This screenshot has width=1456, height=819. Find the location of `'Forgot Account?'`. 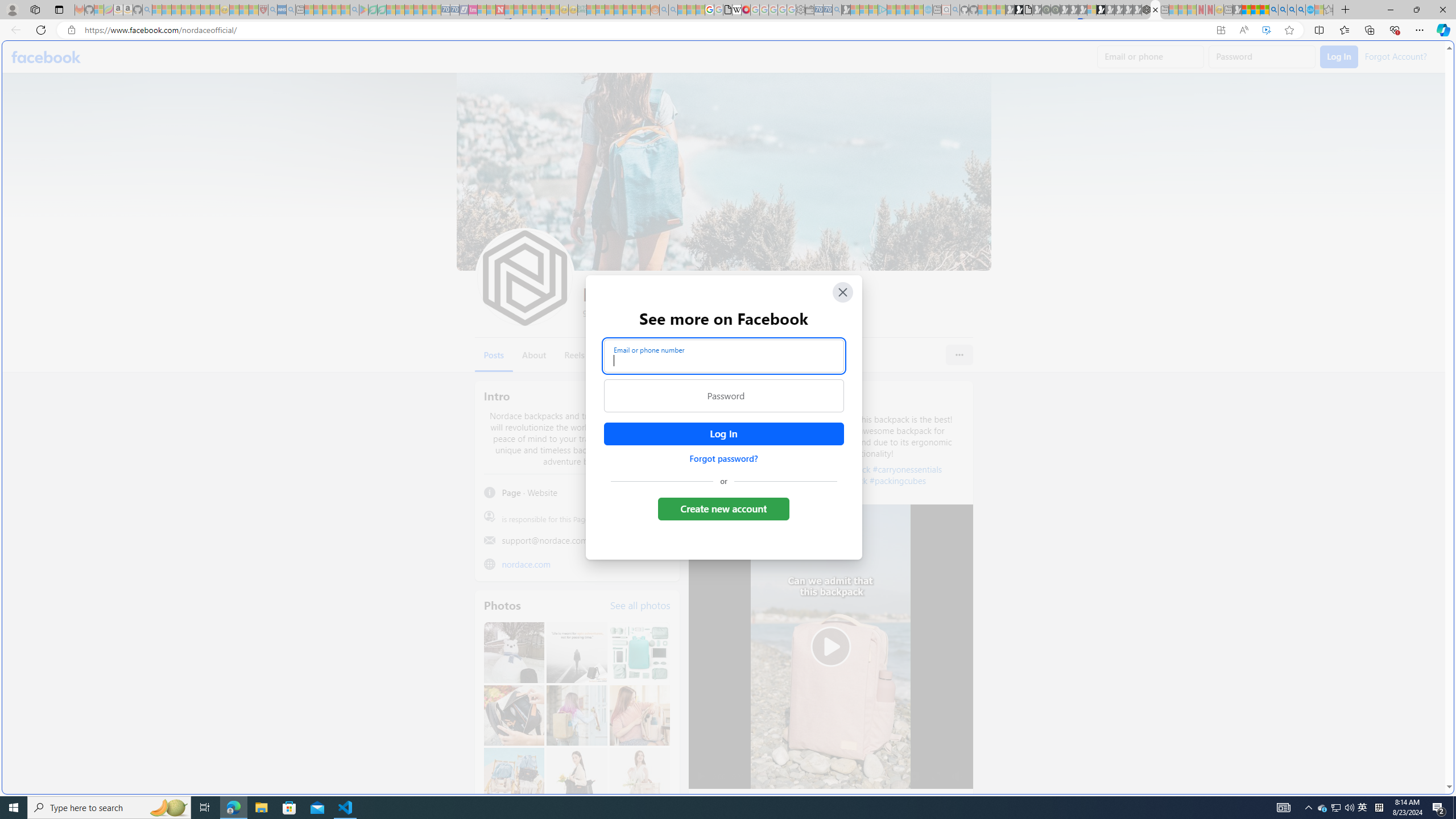

'Forgot Account?' is located at coordinates (1395, 55).